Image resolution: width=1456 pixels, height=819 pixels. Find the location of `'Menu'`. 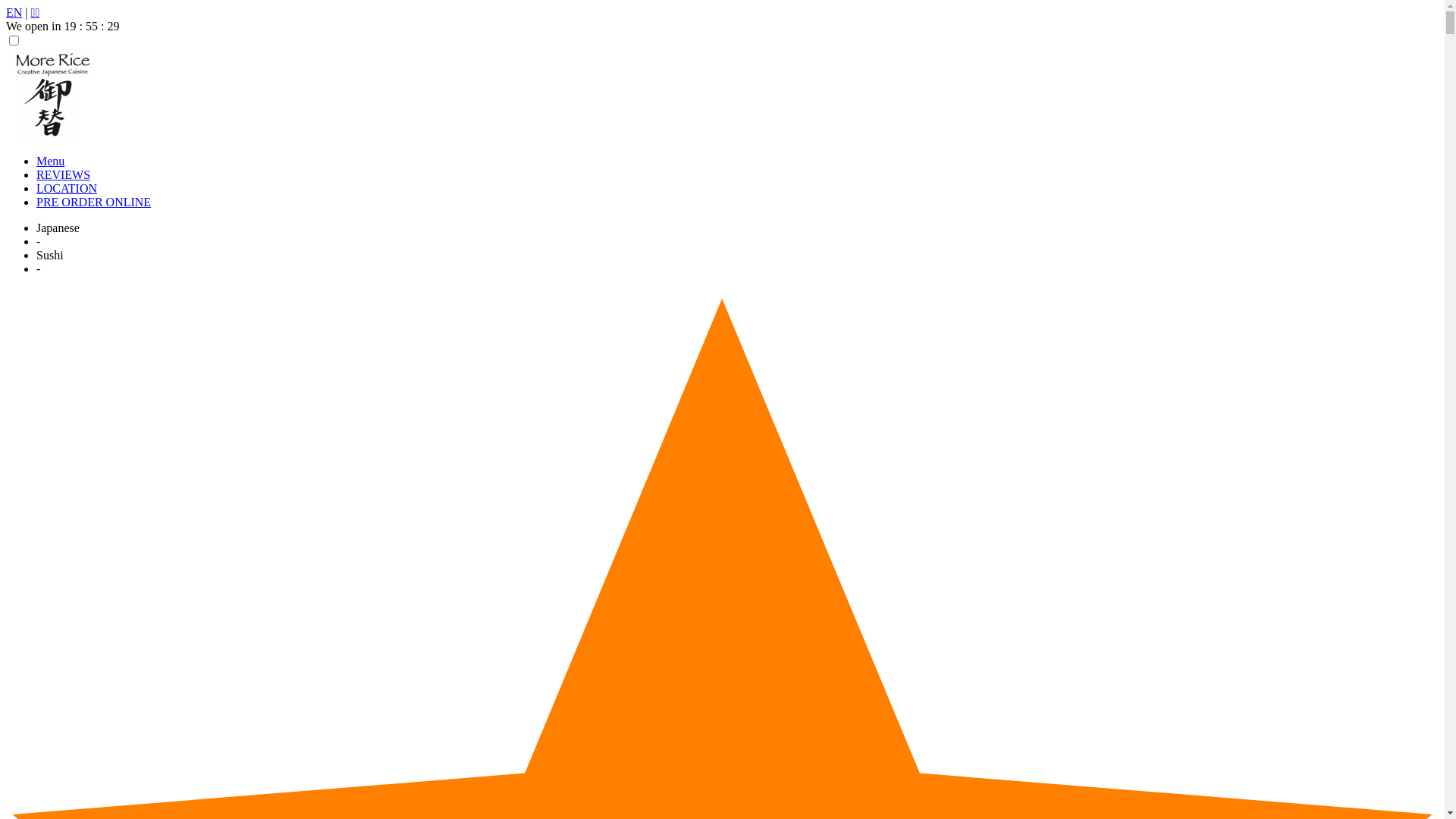

'Menu' is located at coordinates (50, 161).